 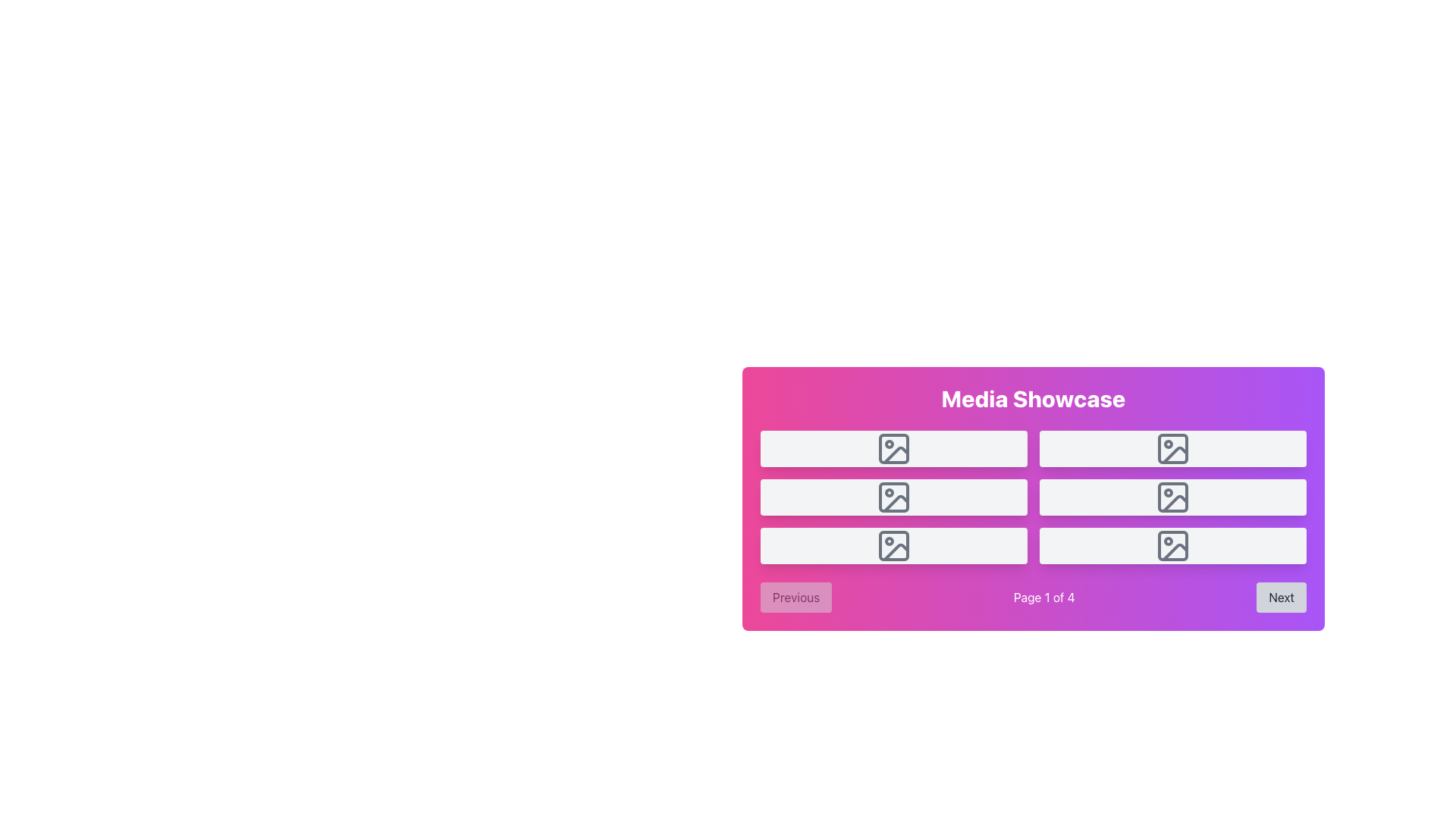 What do you see at coordinates (894, 447) in the screenshot?
I see `the SVG icon representing an image placeholder, which is located in the second row and first column of the grid in the 'Media Showcase' panel` at bounding box center [894, 447].